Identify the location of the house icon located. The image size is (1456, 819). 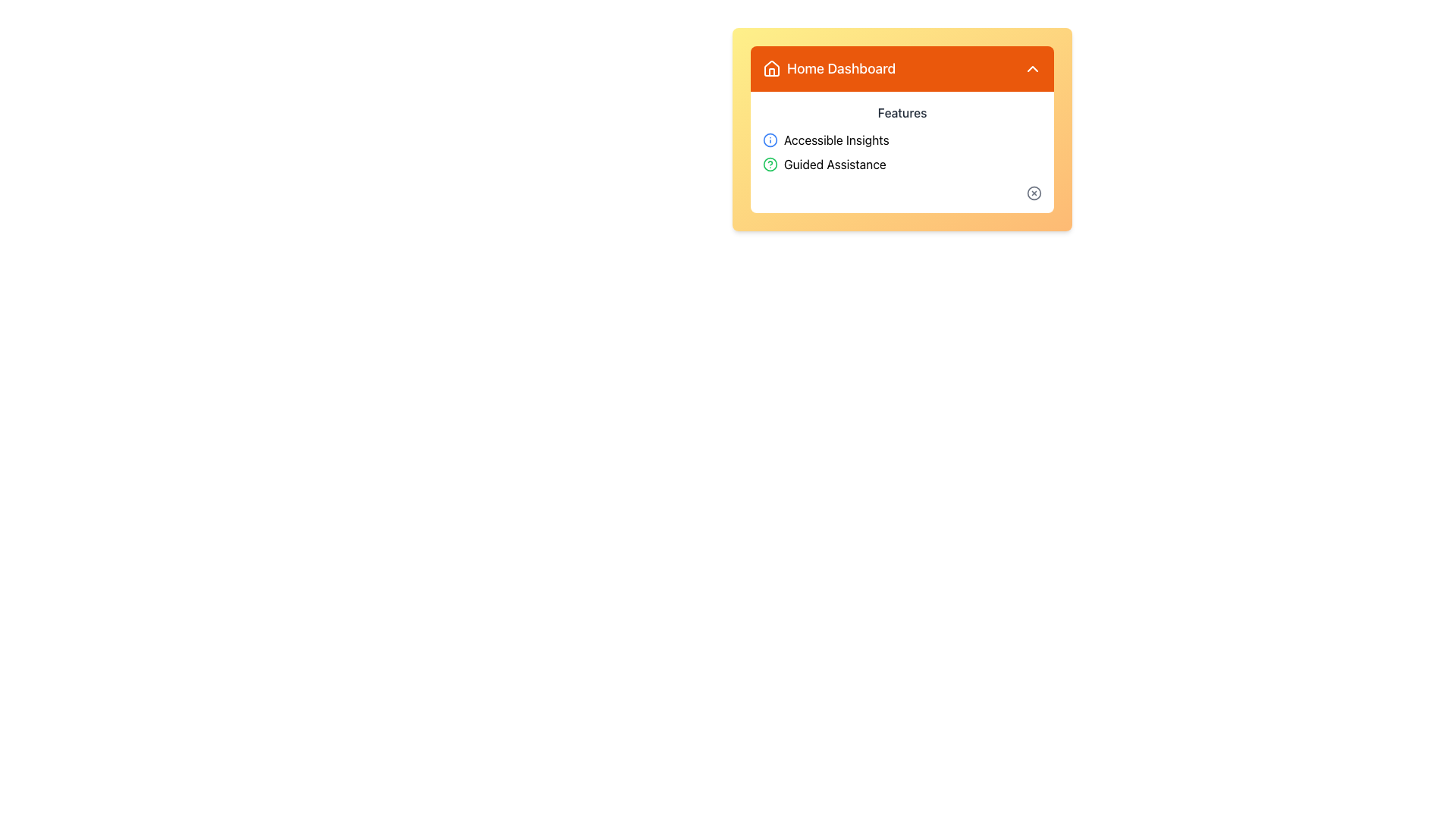
(771, 72).